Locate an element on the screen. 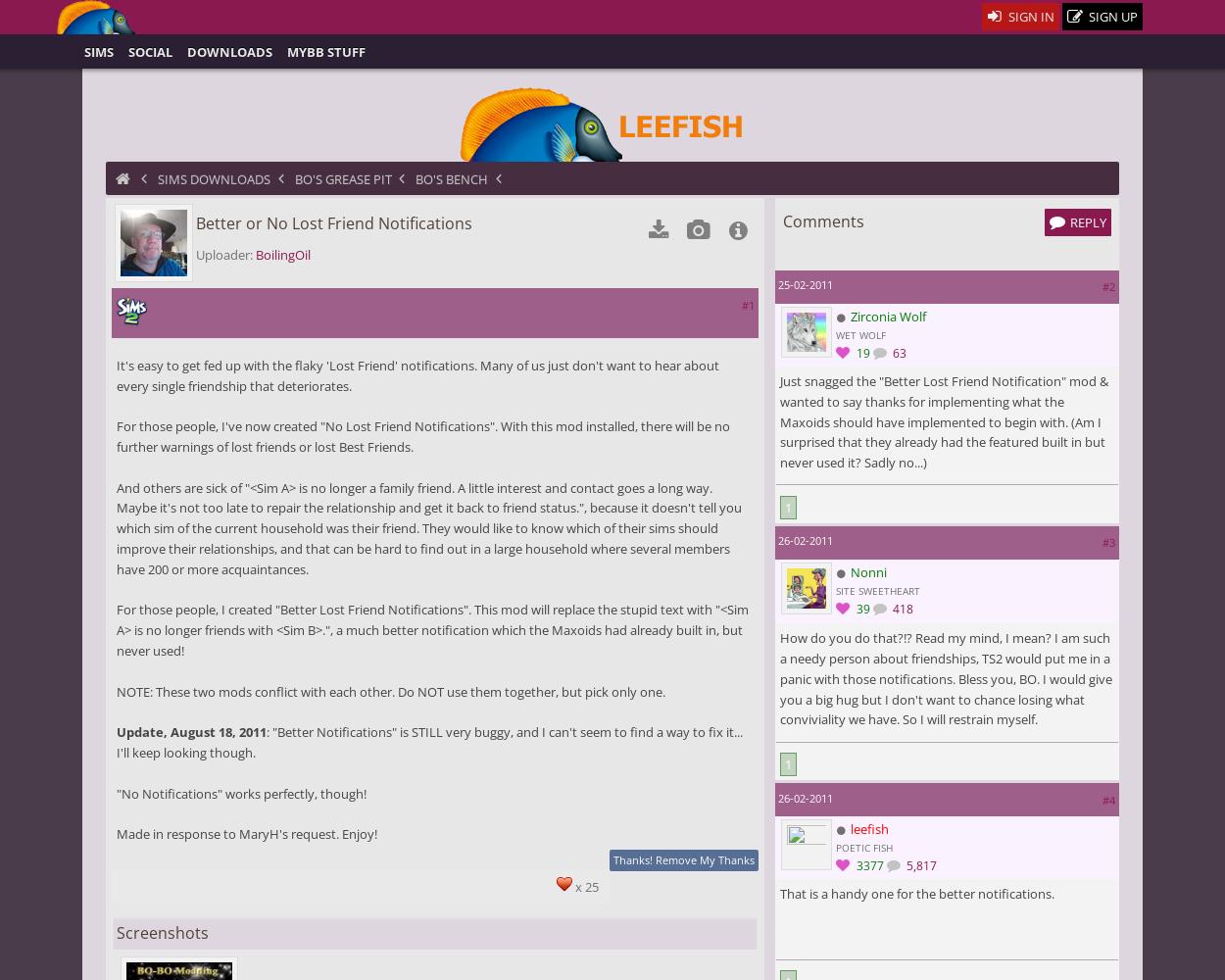  'BO's Bench' is located at coordinates (451, 178).